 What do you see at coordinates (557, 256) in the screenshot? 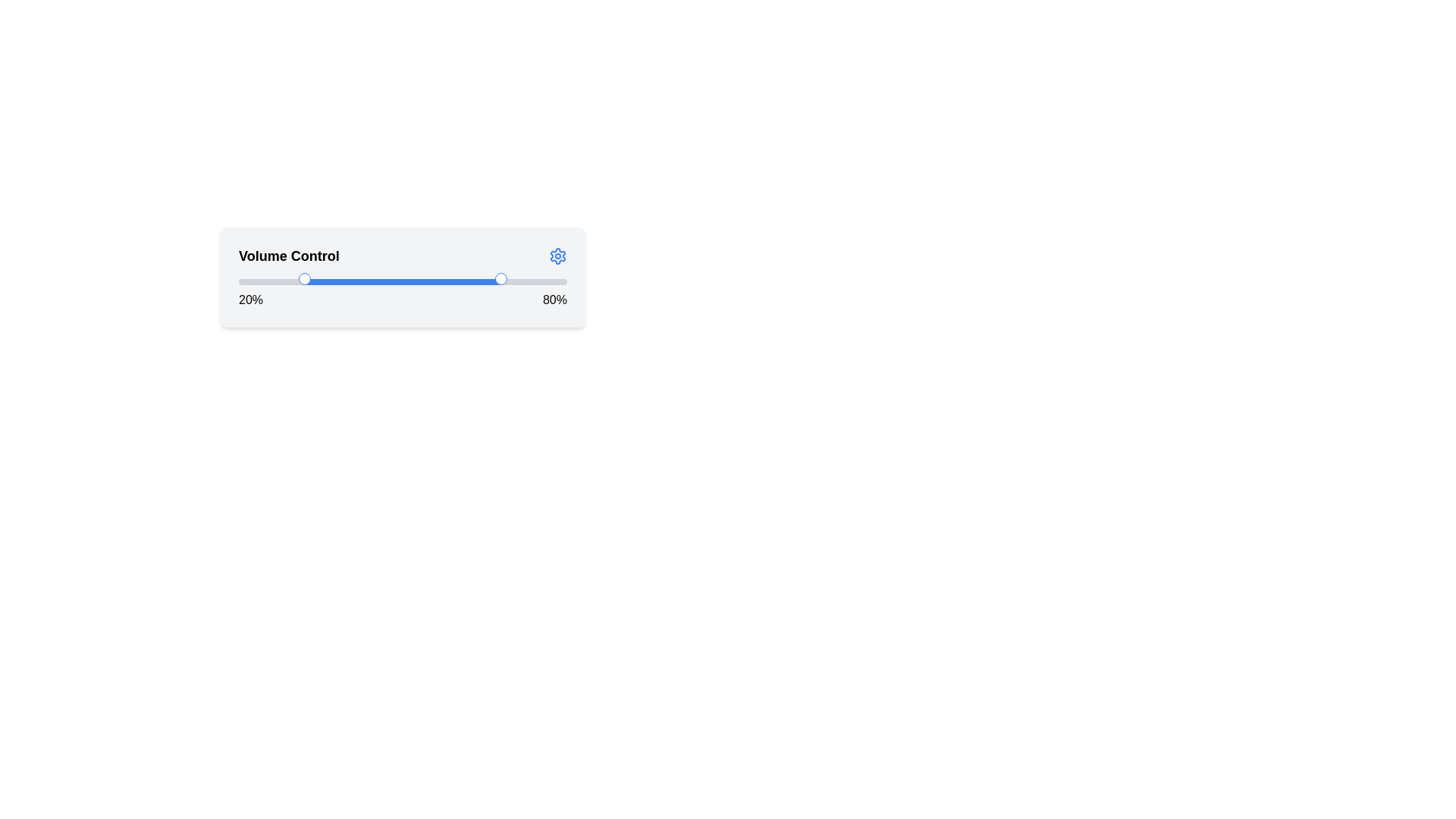
I see `the settings icon located at the far-right end of the Volume Control section` at bounding box center [557, 256].